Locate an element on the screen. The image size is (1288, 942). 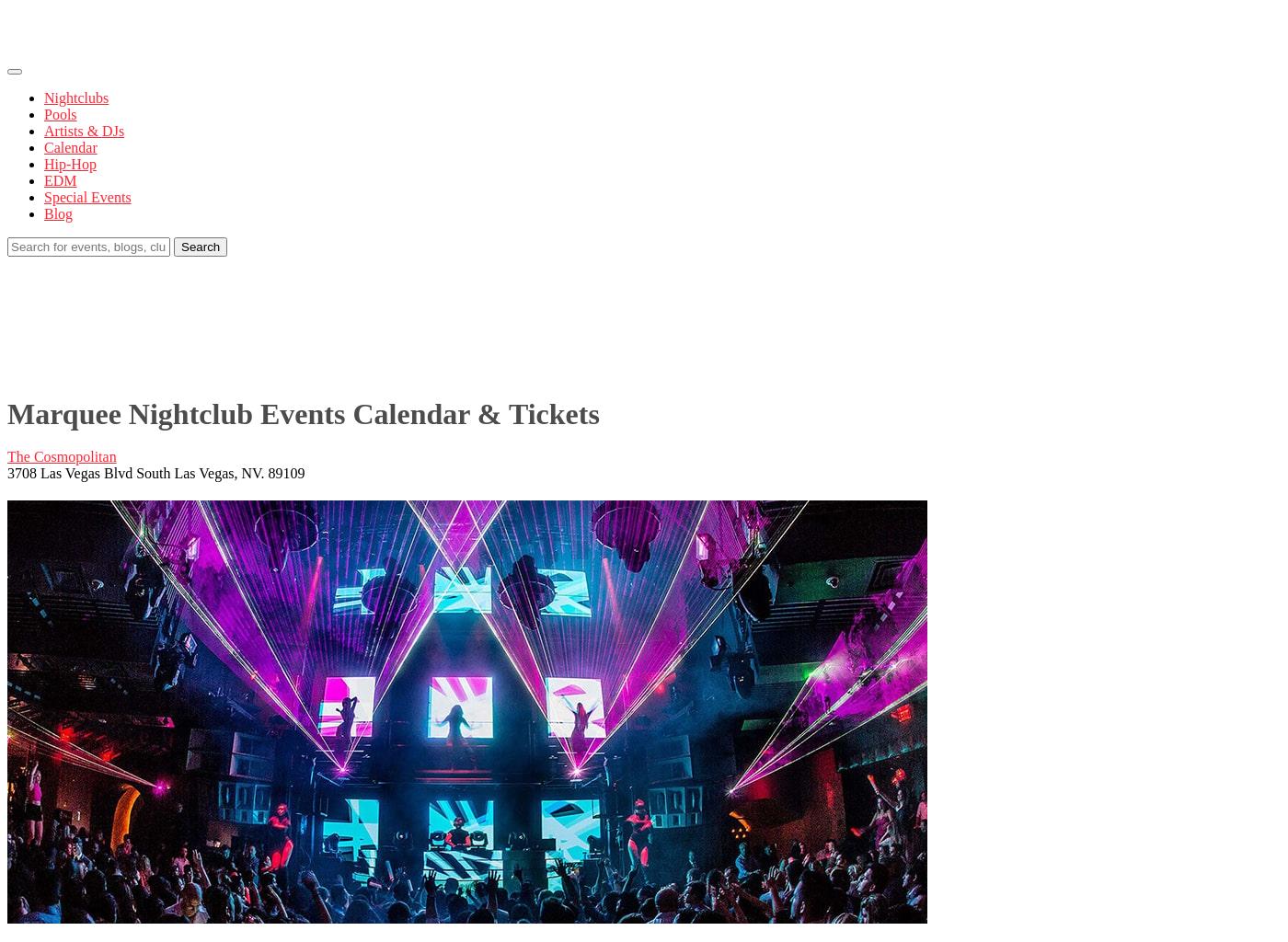
'Pools' is located at coordinates (44, 113).